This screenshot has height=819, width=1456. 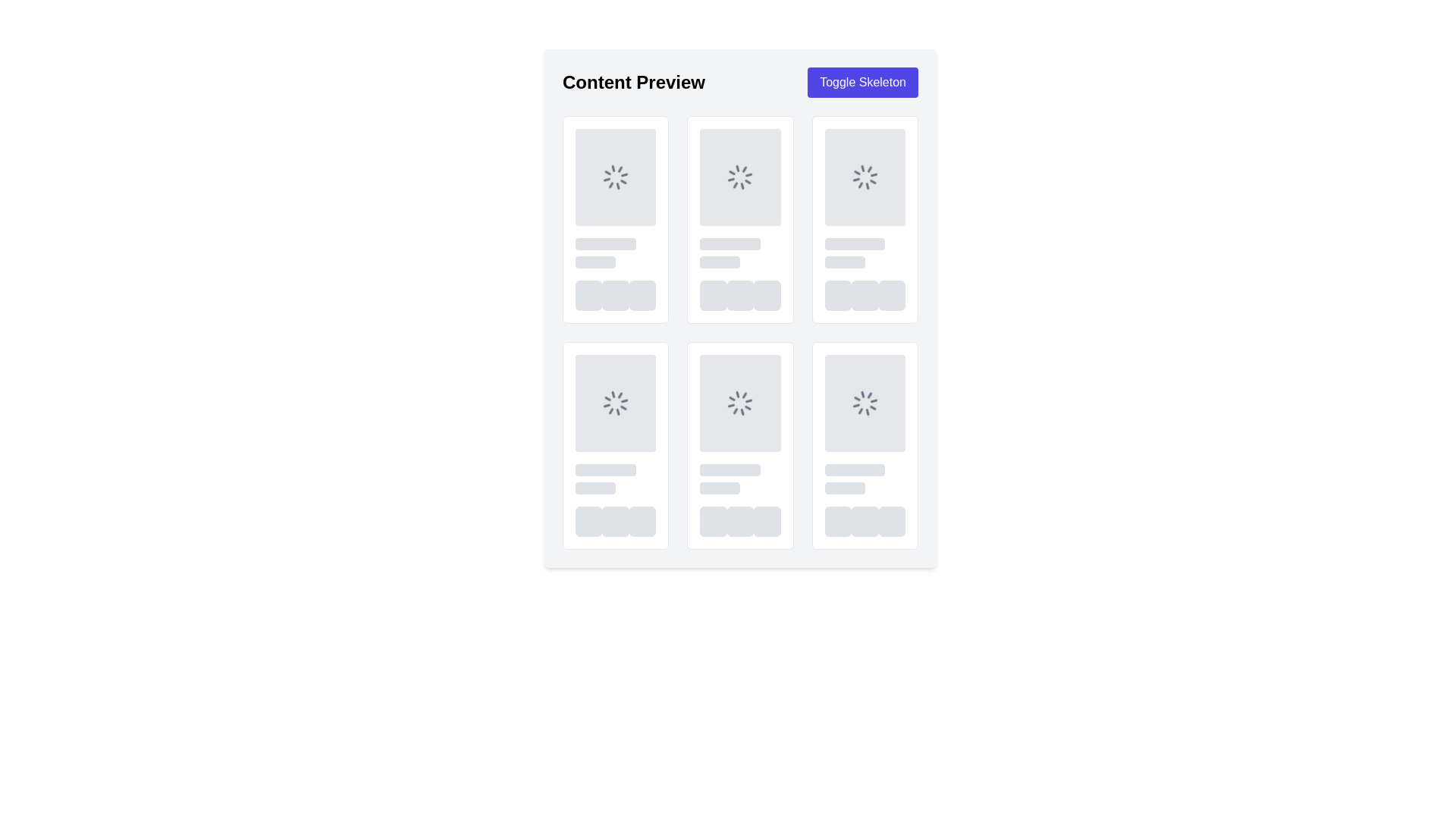 I want to click on the Loading Card Placeholder, which is the sixth card in a grid layout, located in the bottom-right corner, indicating a loading state, so click(x=864, y=444).